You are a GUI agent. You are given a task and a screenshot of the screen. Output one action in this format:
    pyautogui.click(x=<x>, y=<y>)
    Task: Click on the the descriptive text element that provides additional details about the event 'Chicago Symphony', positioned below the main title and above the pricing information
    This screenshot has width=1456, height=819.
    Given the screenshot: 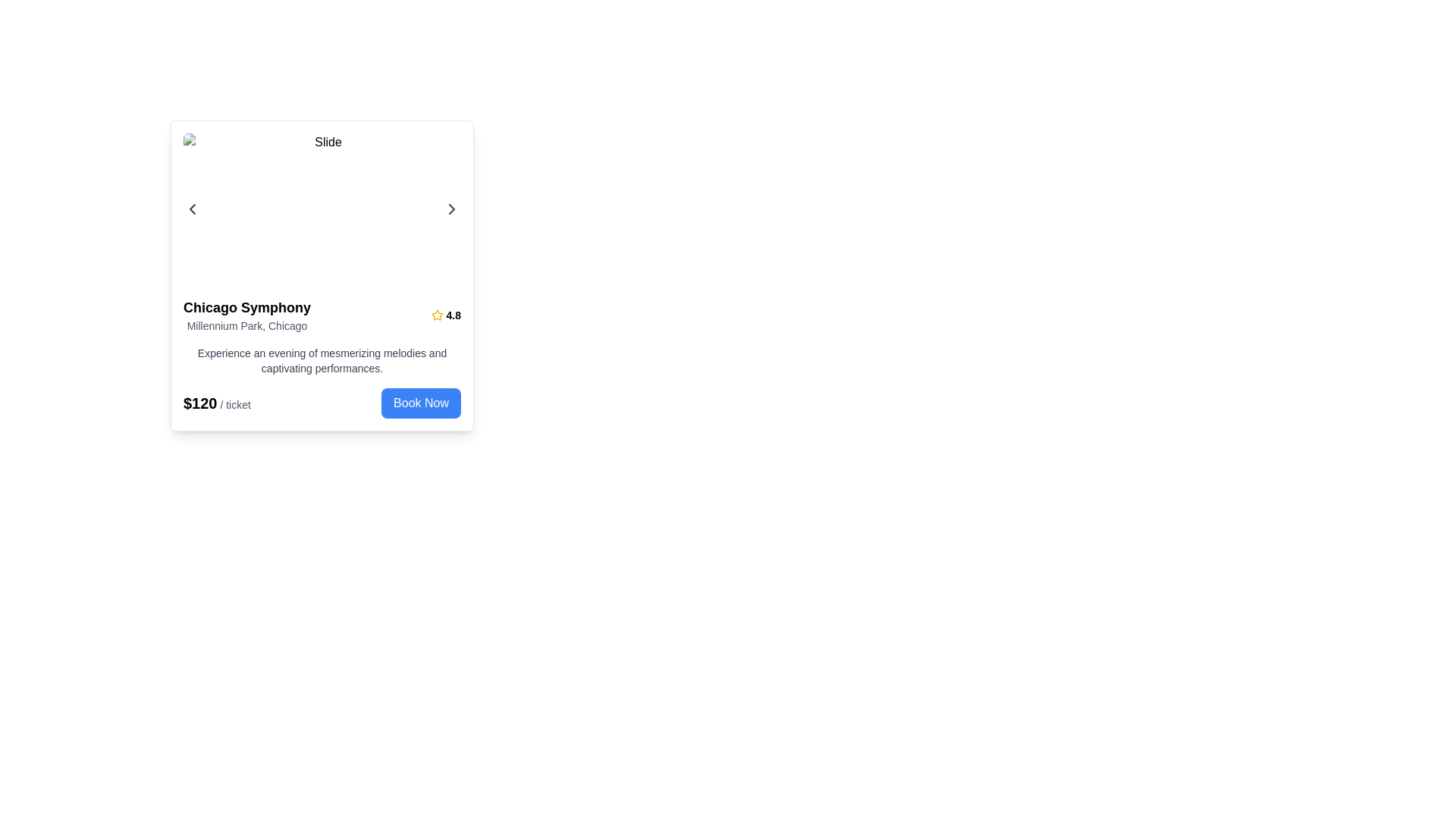 What is the action you would take?
    pyautogui.click(x=322, y=360)
    